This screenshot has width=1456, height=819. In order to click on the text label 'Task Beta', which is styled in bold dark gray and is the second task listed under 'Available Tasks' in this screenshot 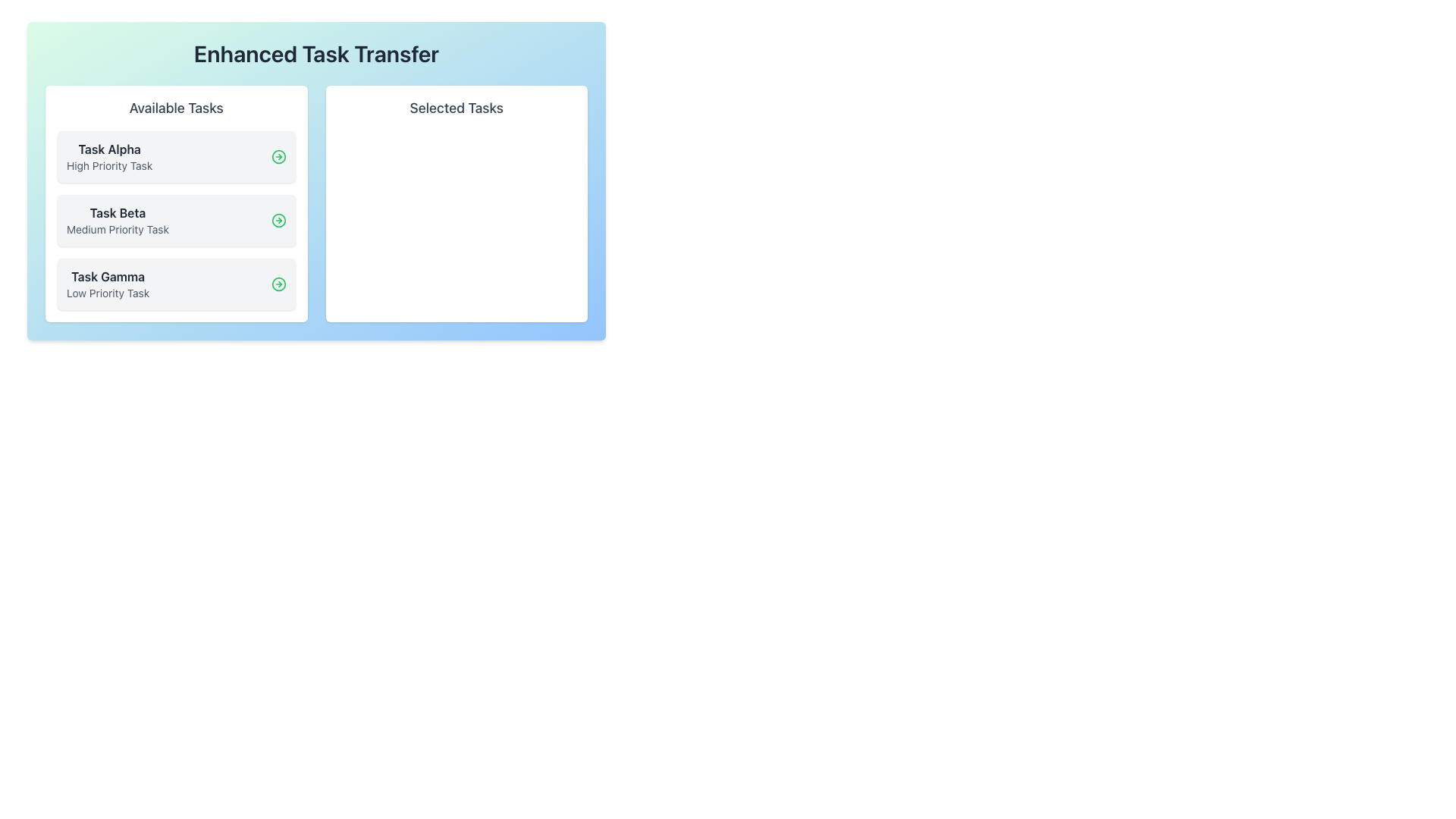, I will do `click(117, 213)`.